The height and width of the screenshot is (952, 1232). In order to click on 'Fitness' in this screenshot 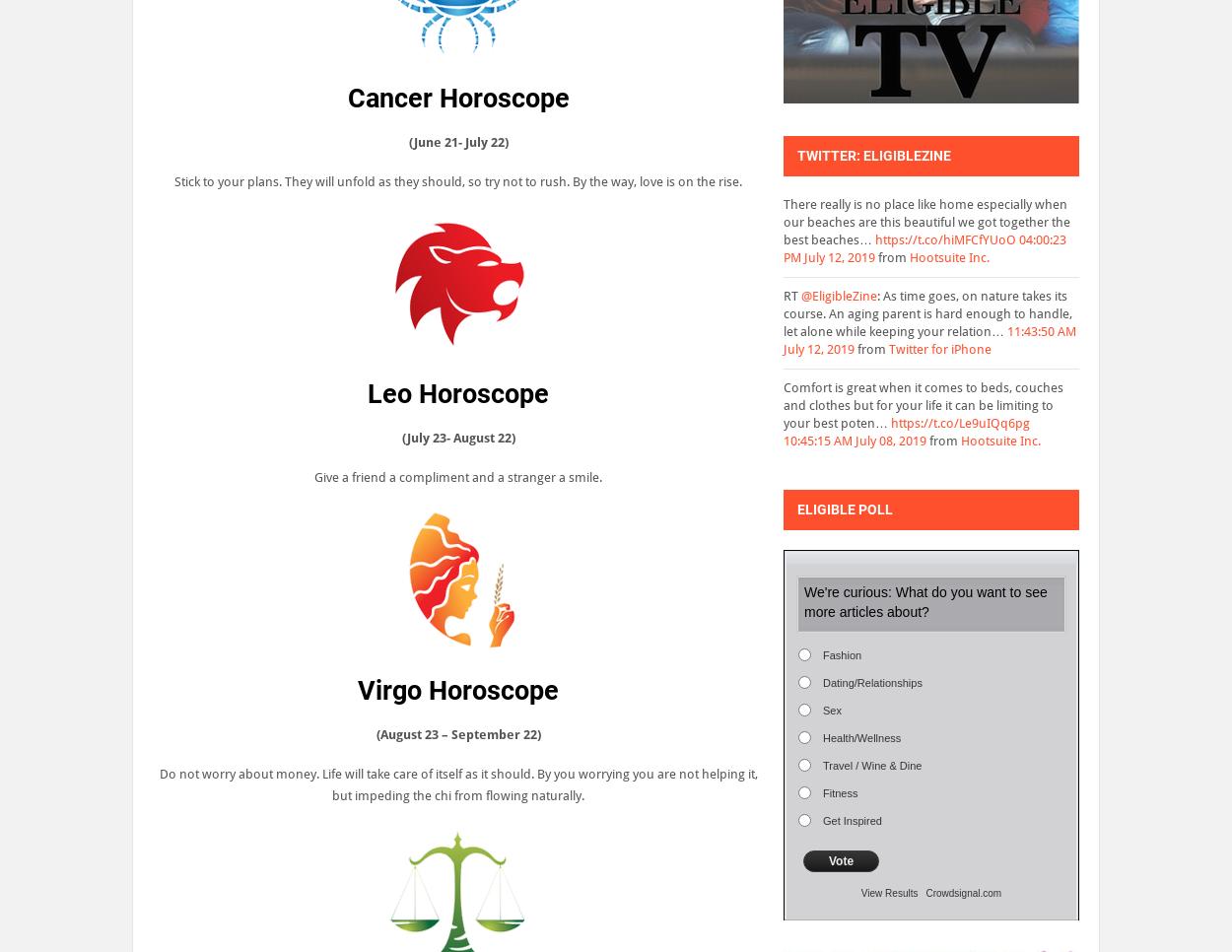, I will do `click(839, 792)`.